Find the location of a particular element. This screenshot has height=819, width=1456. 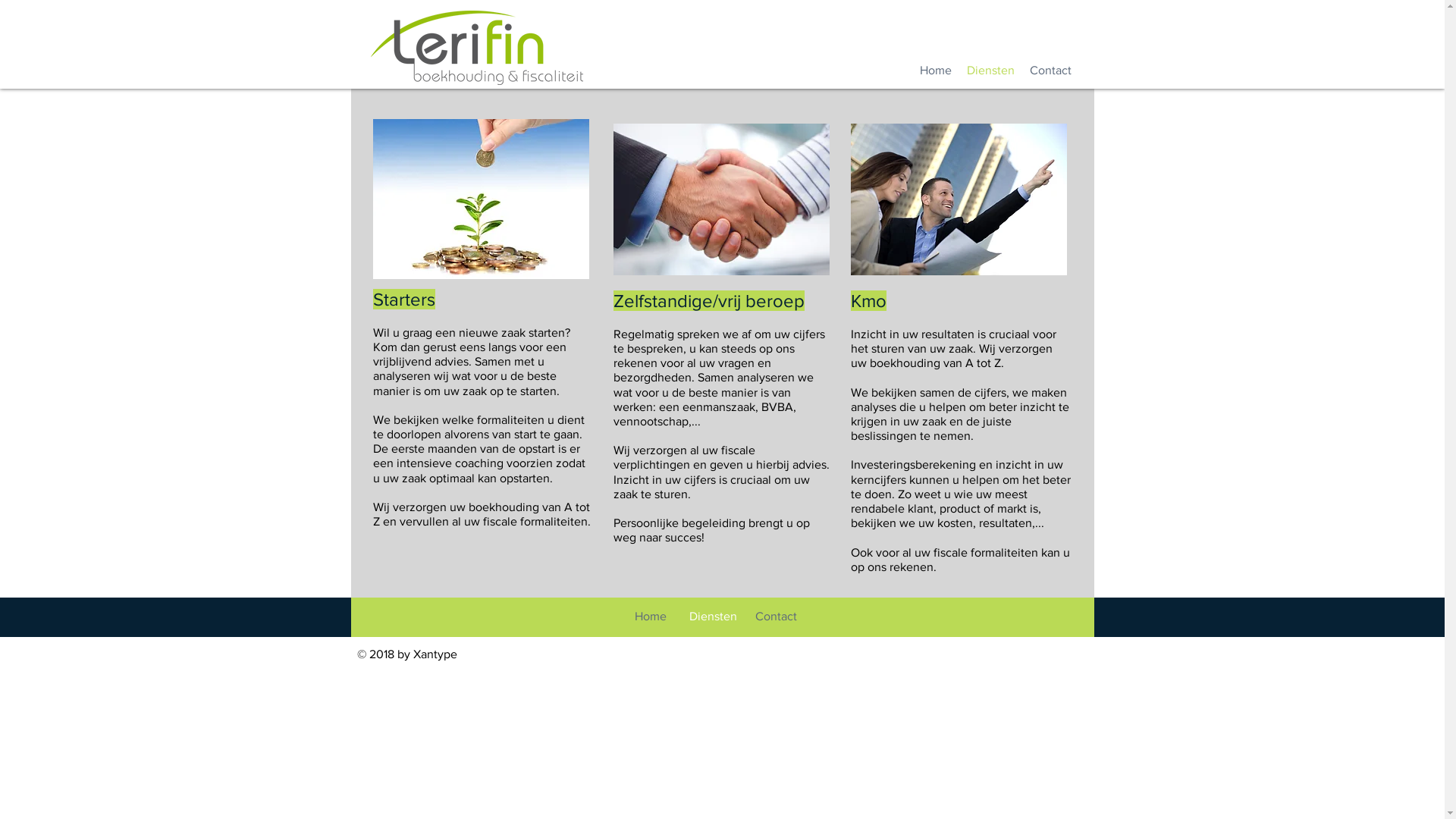

'plan vision' is located at coordinates (958, 198).